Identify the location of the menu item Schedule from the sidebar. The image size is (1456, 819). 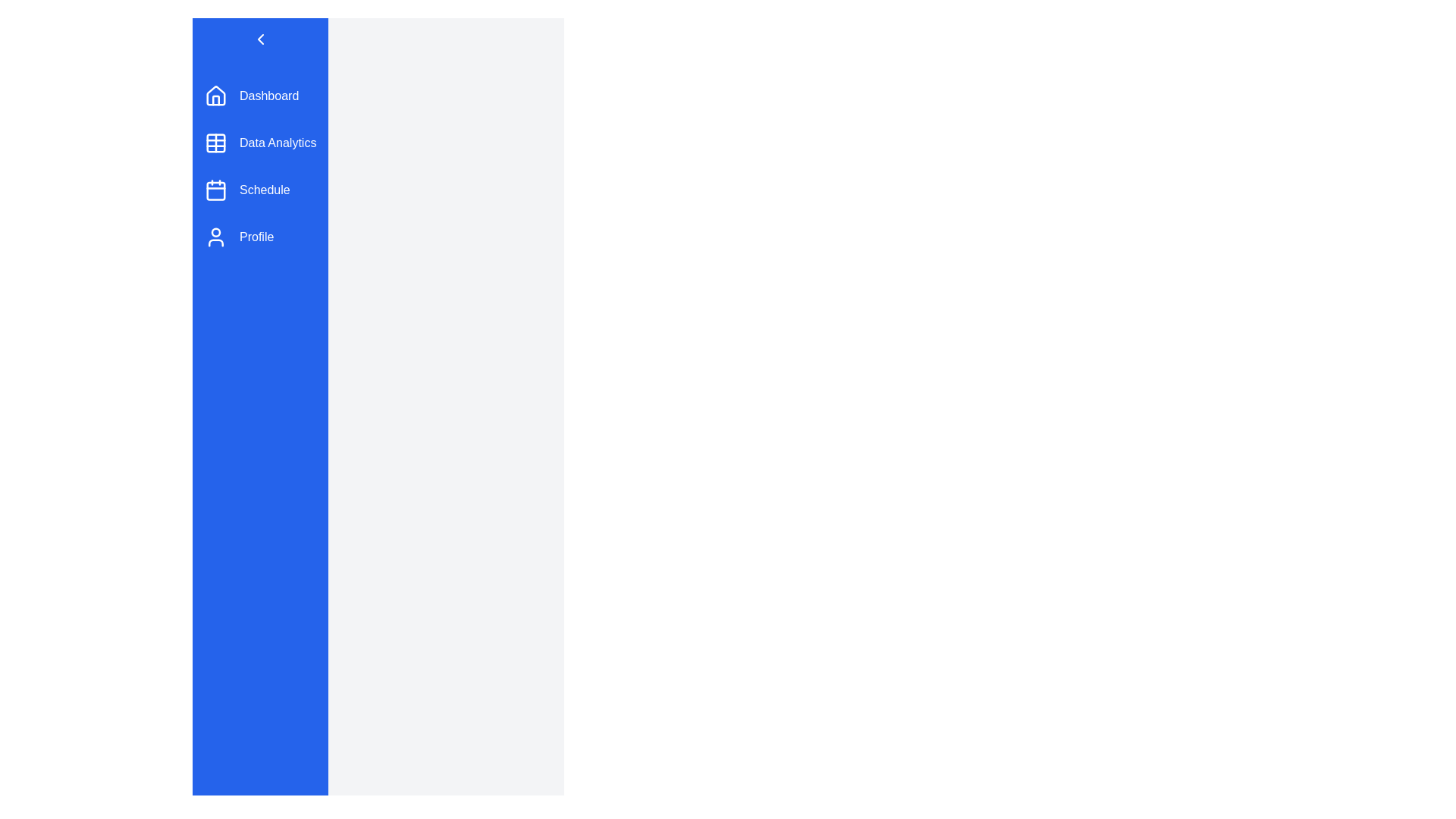
(260, 189).